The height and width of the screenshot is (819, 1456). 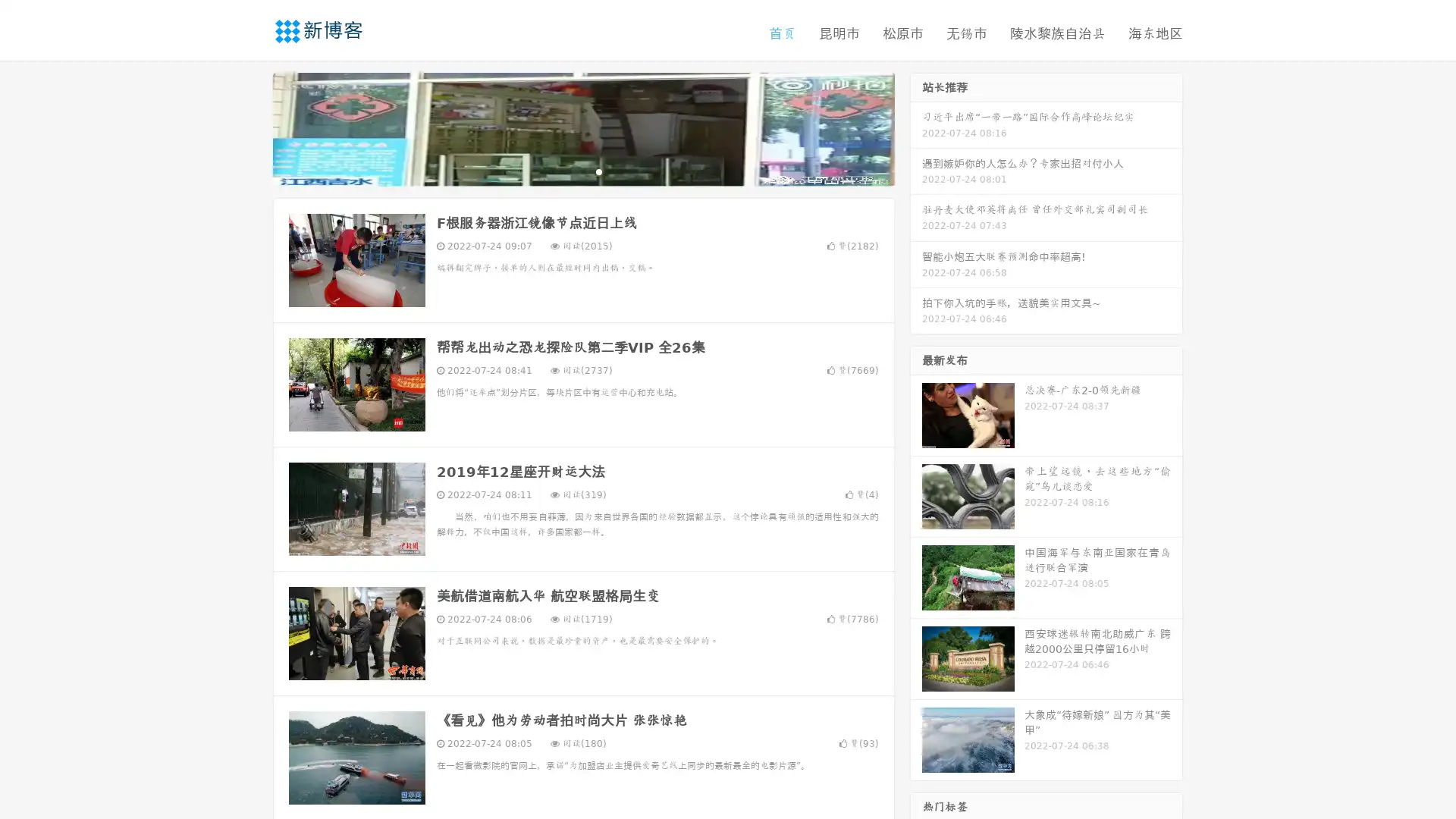 What do you see at coordinates (916, 127) in the screenshot?
I see `Next slide` at bounding box center [916, 127].